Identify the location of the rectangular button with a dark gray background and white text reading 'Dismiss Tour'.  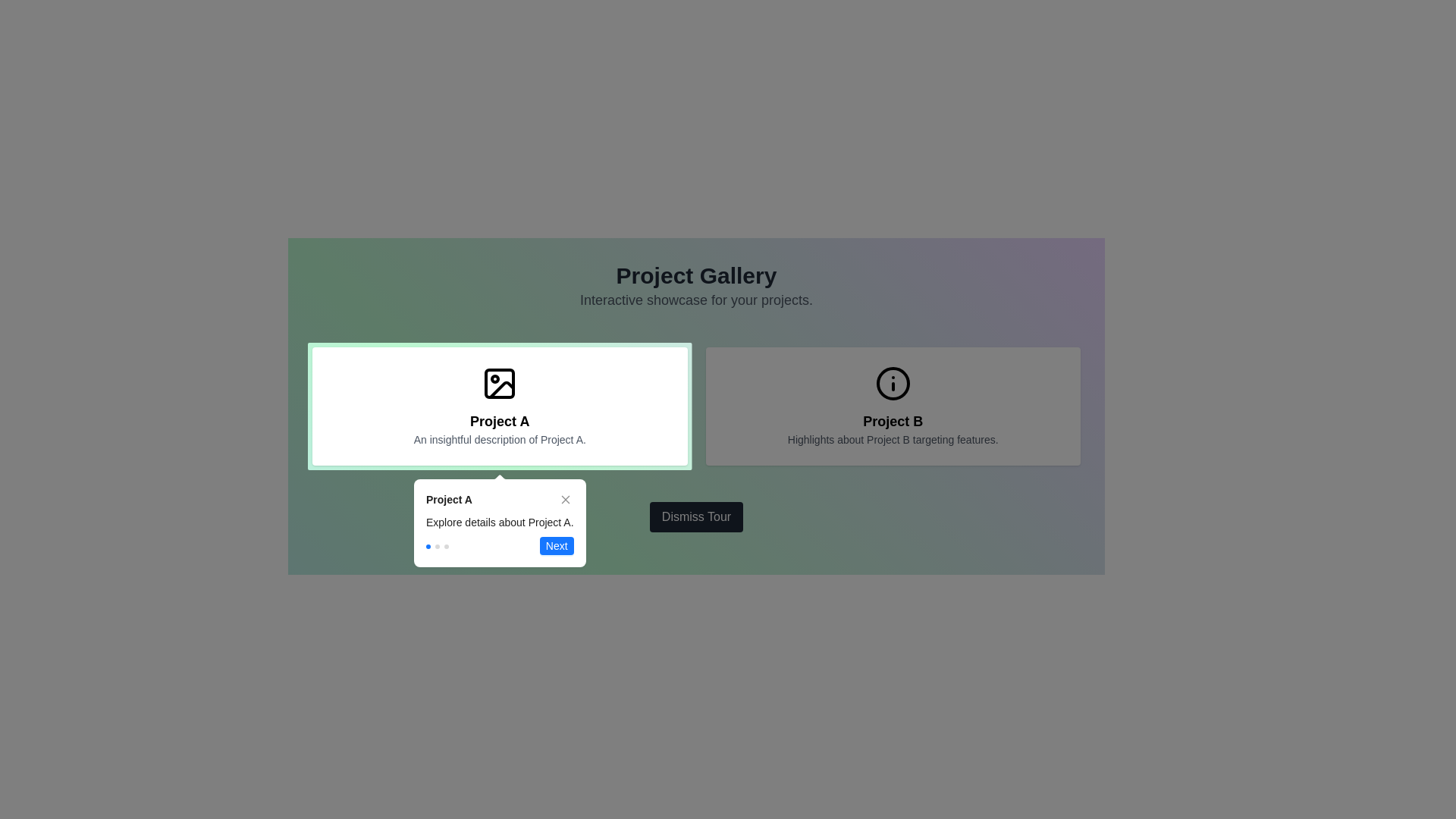
(695, 516).